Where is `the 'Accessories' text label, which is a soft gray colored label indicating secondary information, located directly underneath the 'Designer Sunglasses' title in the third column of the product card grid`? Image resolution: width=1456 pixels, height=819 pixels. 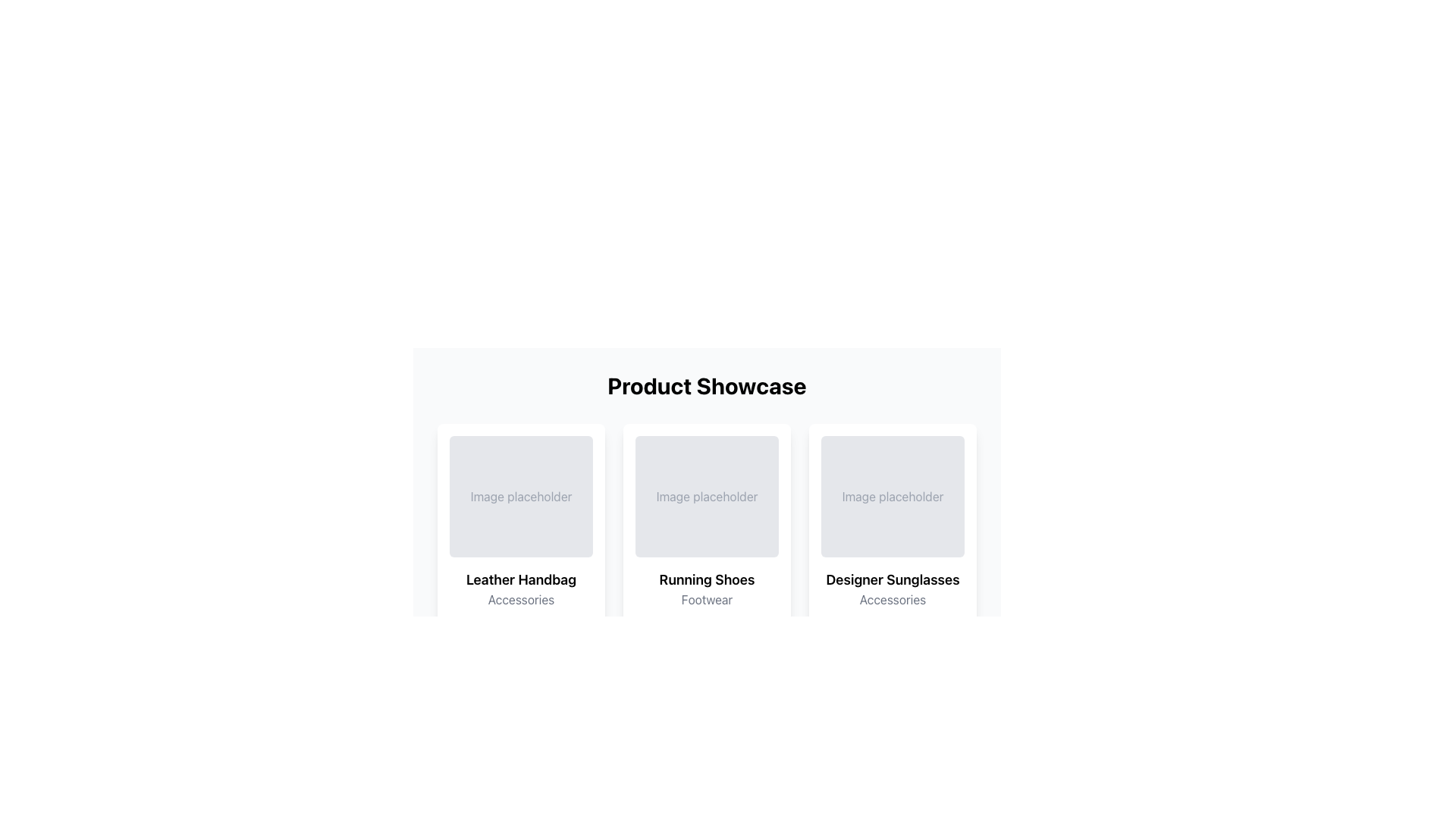 the 'Accessories' text label, which is a soft gray colored label indicating secondary information, located directly underneath the 'Designer Sunglasses' title in the third column of the product card grid is located at coordinates (893, 598).